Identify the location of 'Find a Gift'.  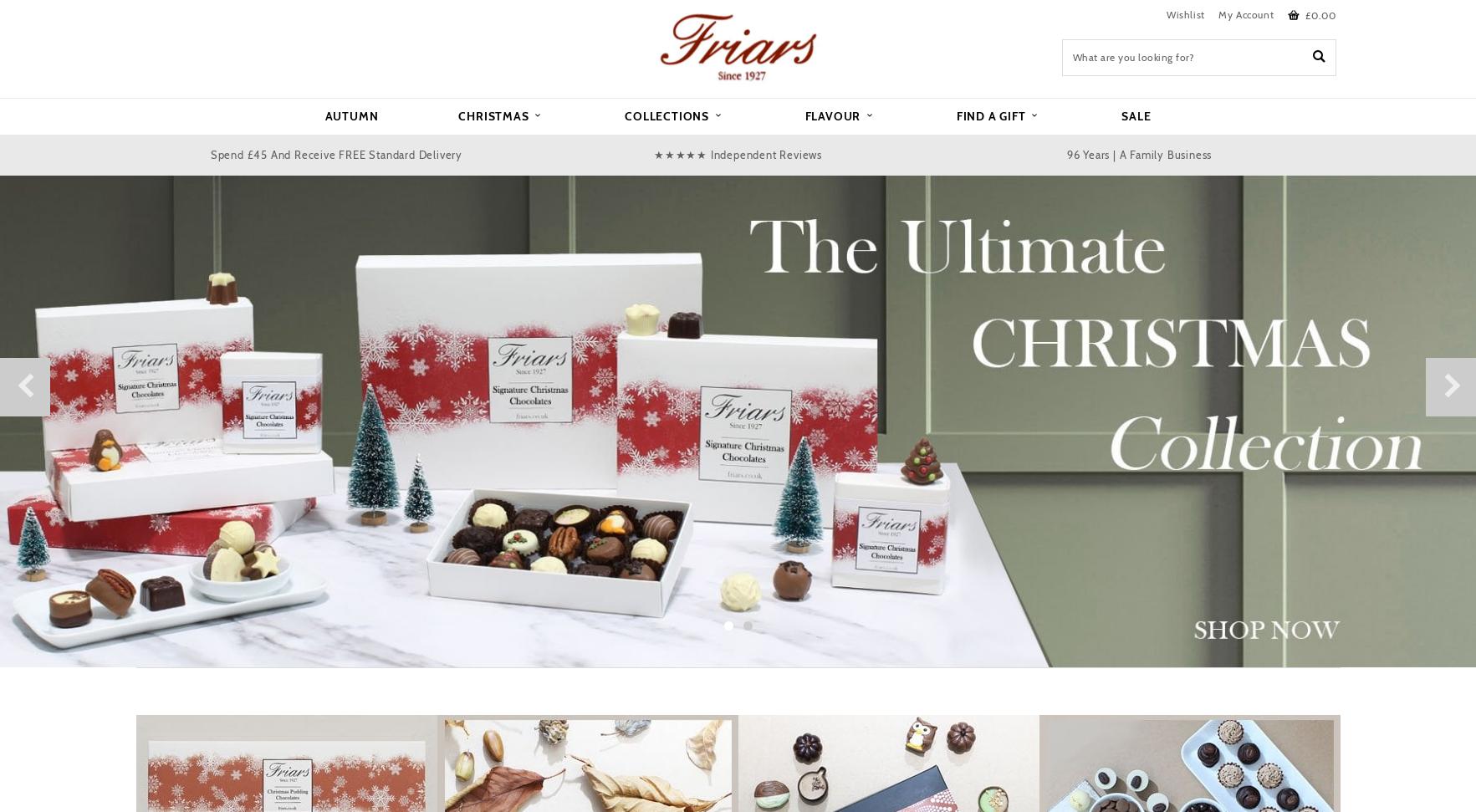
(992, 115).